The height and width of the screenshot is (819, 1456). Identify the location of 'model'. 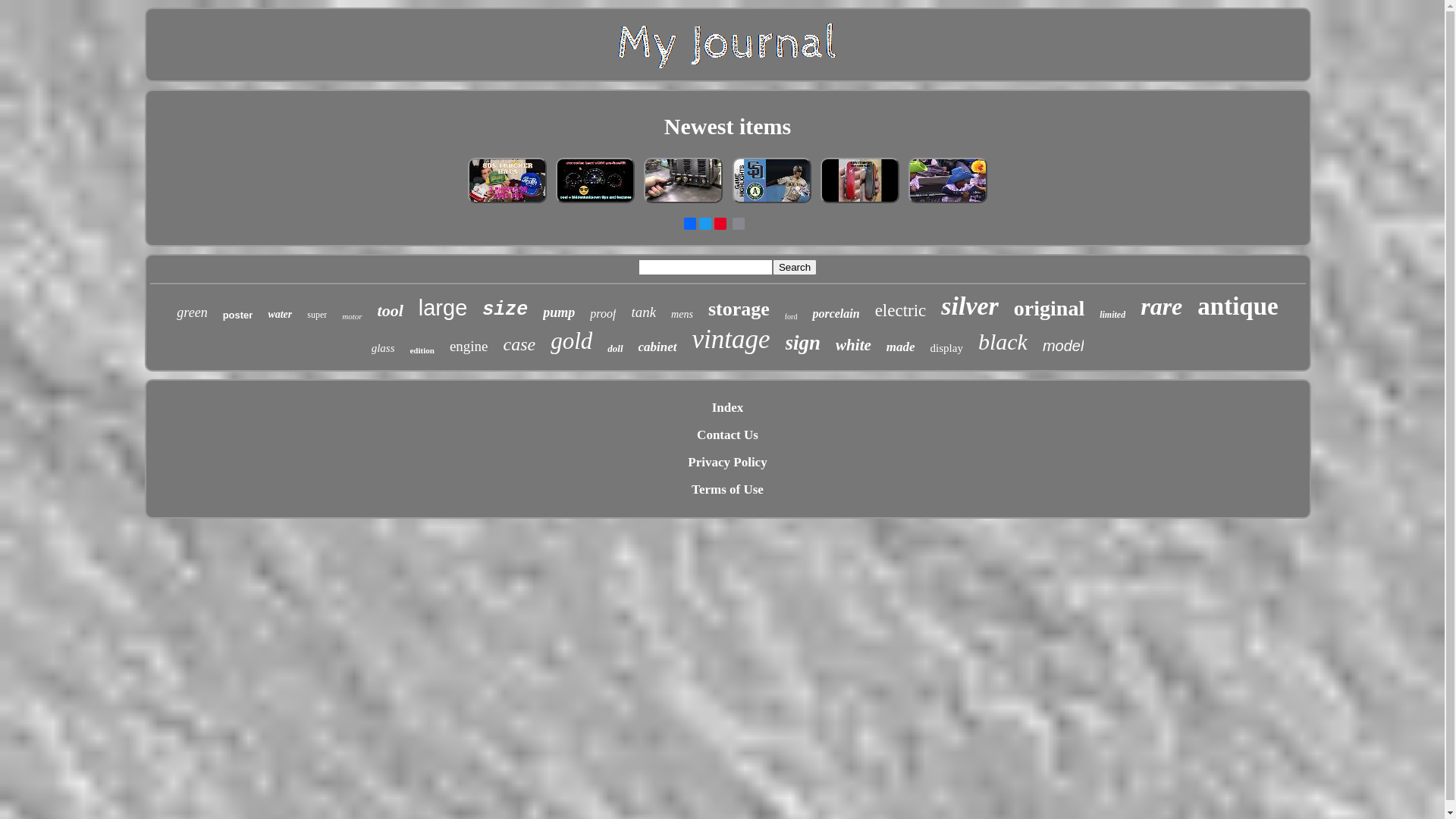
(1062, 346).